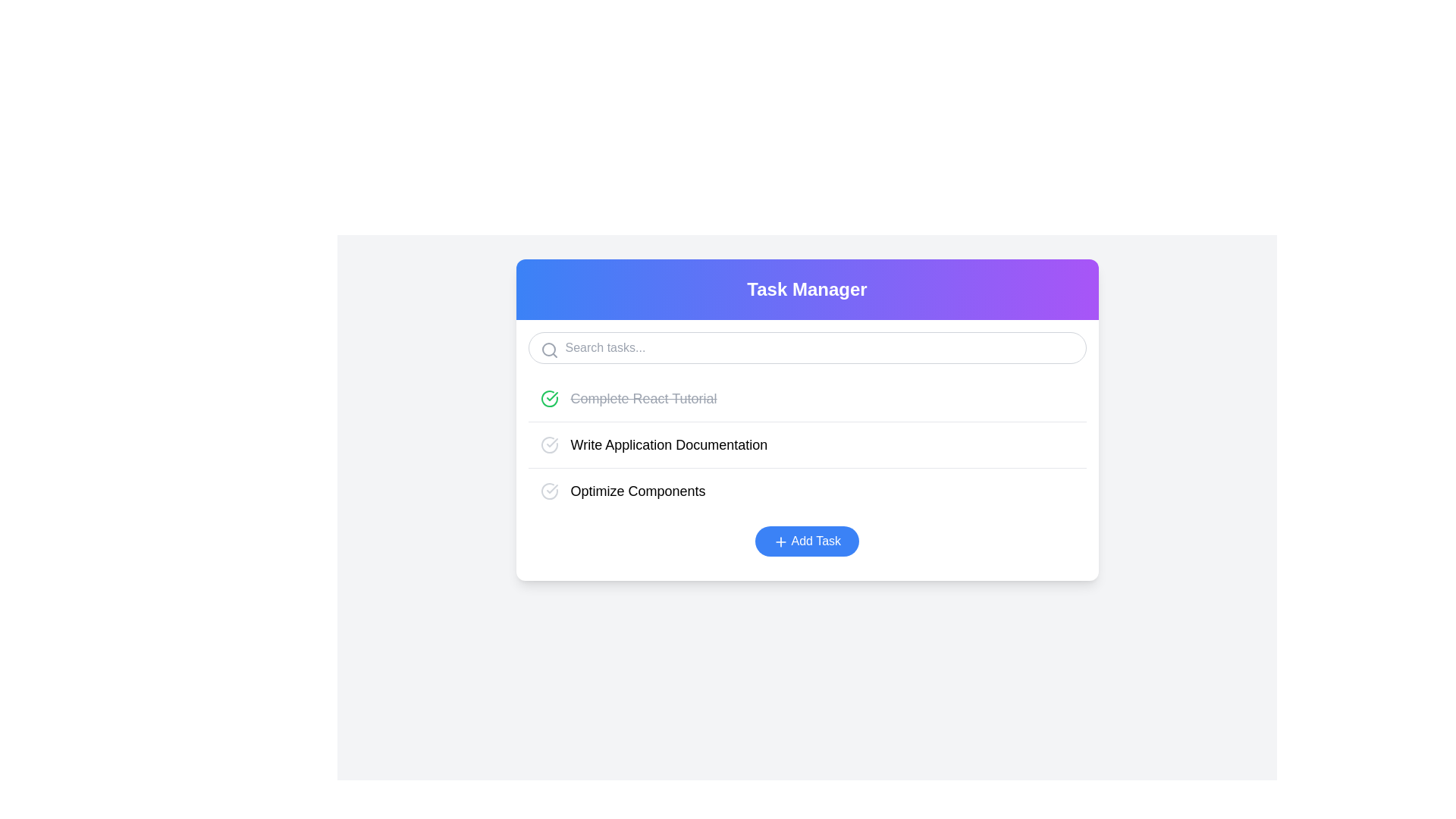  I want to click on the text label that describes the second task item in the task management list, positioned below 'Complete React Tutorial' and above 'Optimize Components', so click(654, 444).